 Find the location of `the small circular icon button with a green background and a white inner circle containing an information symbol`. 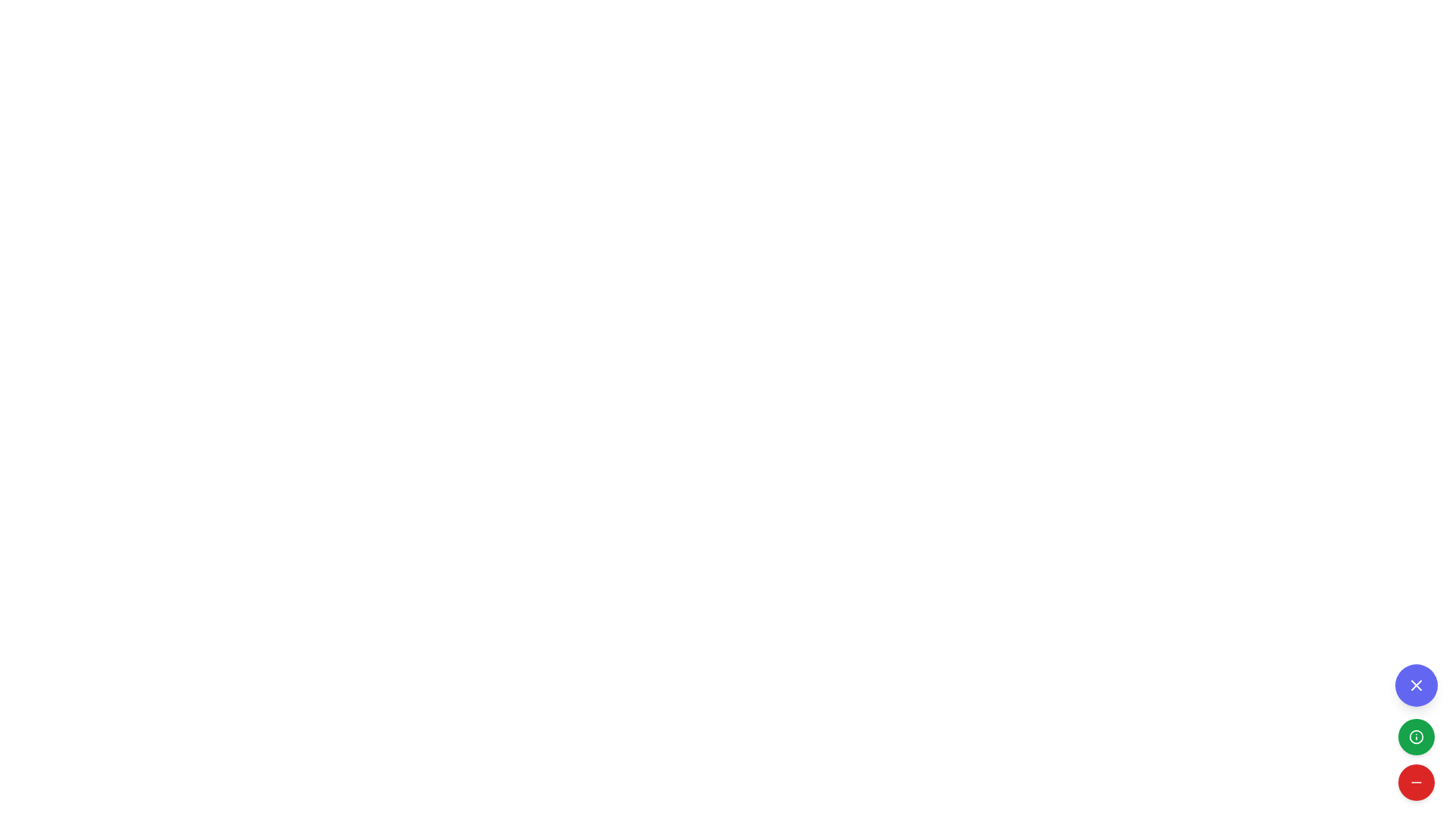

the small circular icon button with a green background and a white inner circle containing an information symbol is located at coordinates (1415, 736).